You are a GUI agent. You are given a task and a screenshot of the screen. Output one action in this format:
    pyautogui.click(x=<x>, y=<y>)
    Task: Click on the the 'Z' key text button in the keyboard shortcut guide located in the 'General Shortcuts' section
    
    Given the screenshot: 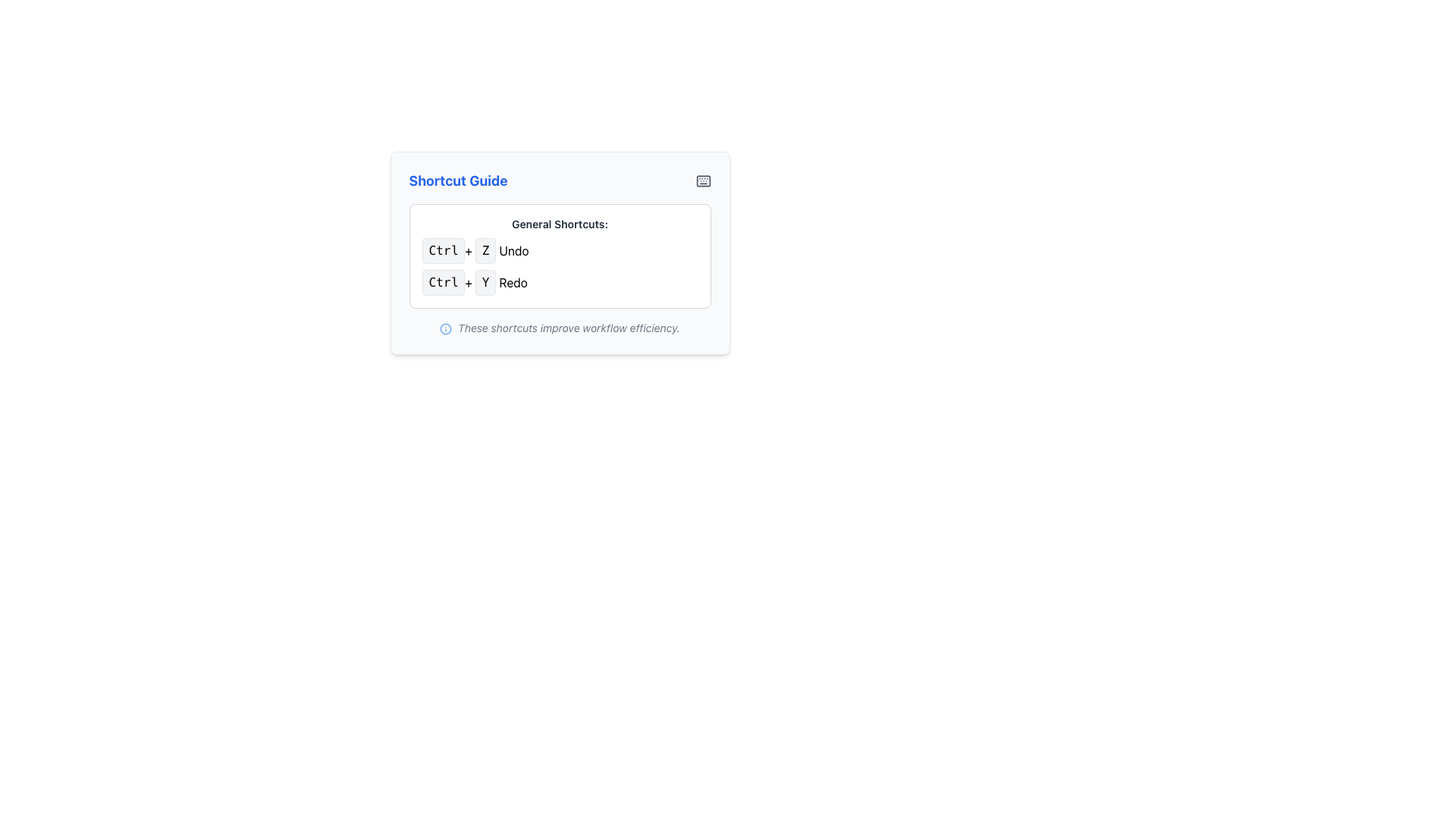 What is the action you would take?
    pyautogui.click(x=485, y=250)
    